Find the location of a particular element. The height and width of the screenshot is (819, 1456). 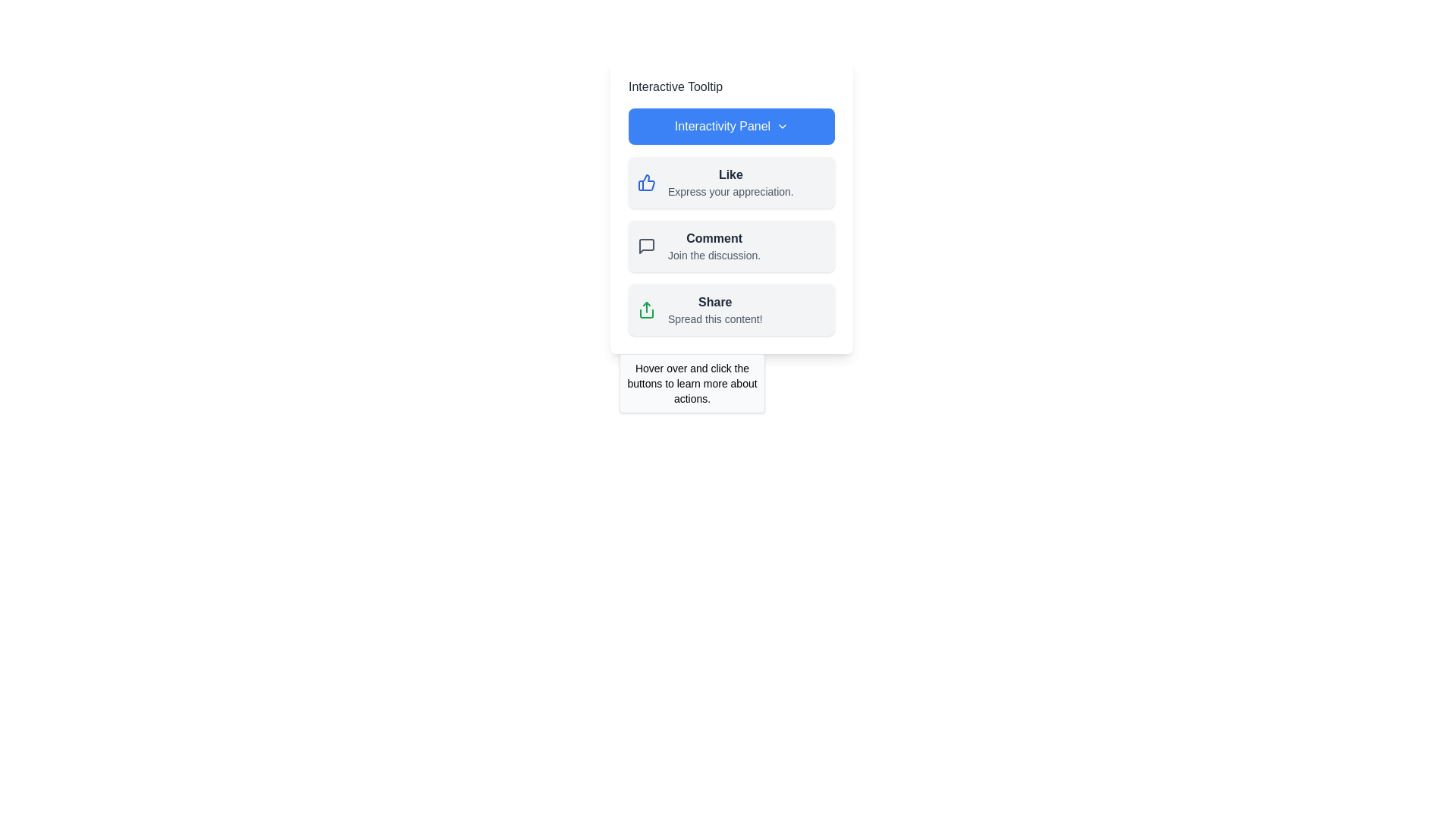

the comment button, which is the second item in a vertical list of interactive options is located at coordinates (731, 245).